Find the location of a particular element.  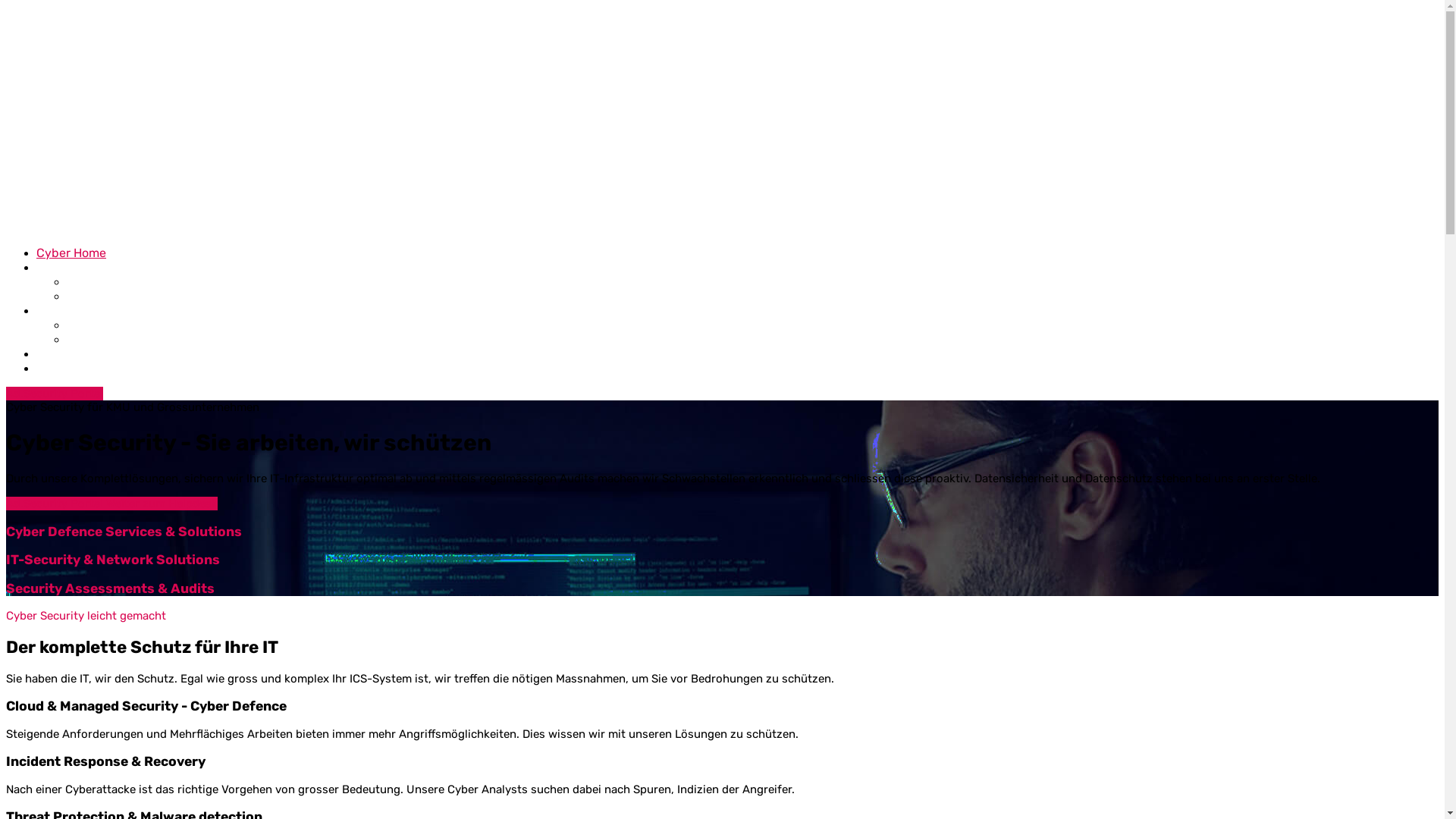

'Ad.Security Portal' is located at coordinates (55, 503).